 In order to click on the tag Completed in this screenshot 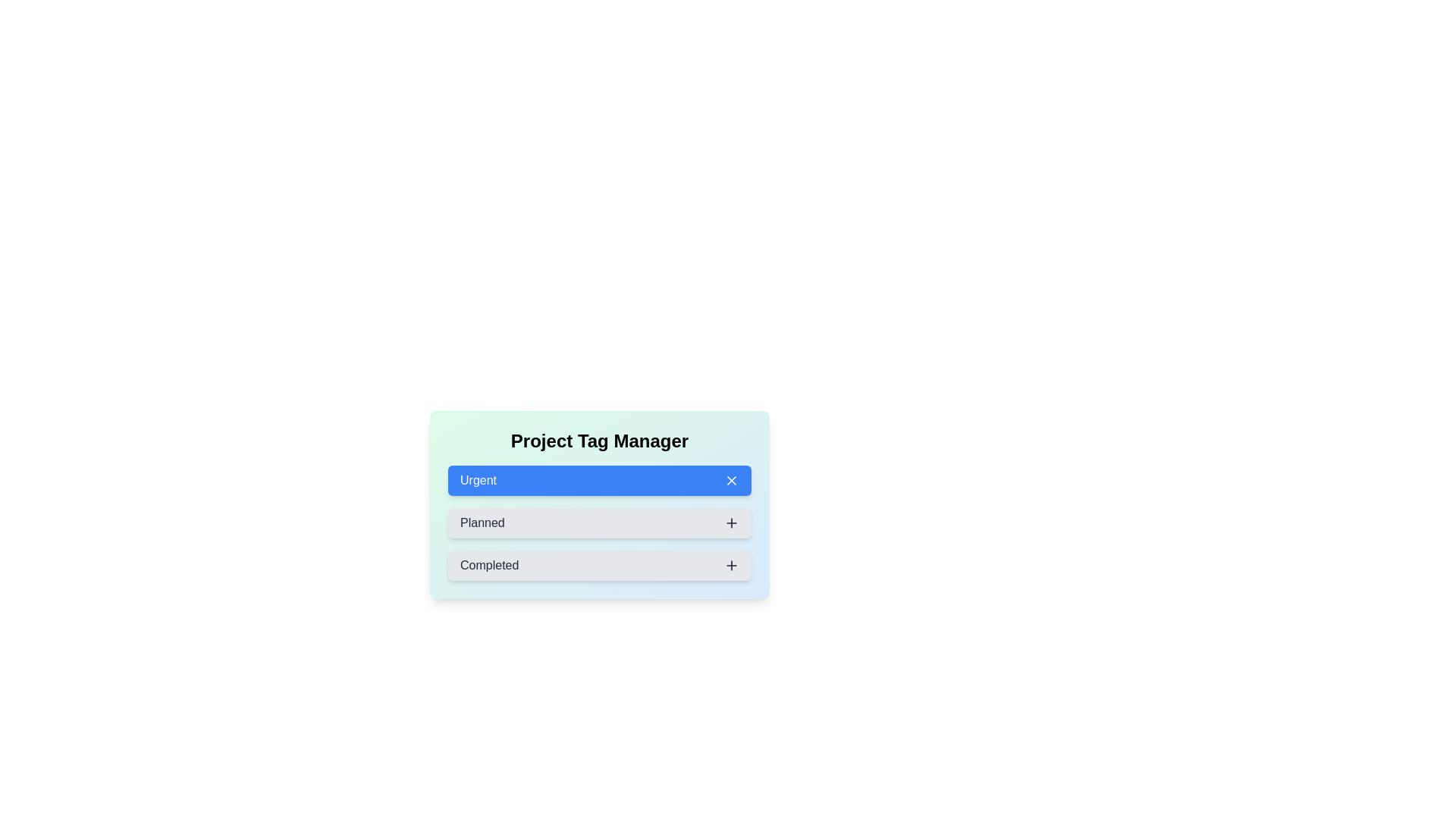, I will do `click(599, 565)`.